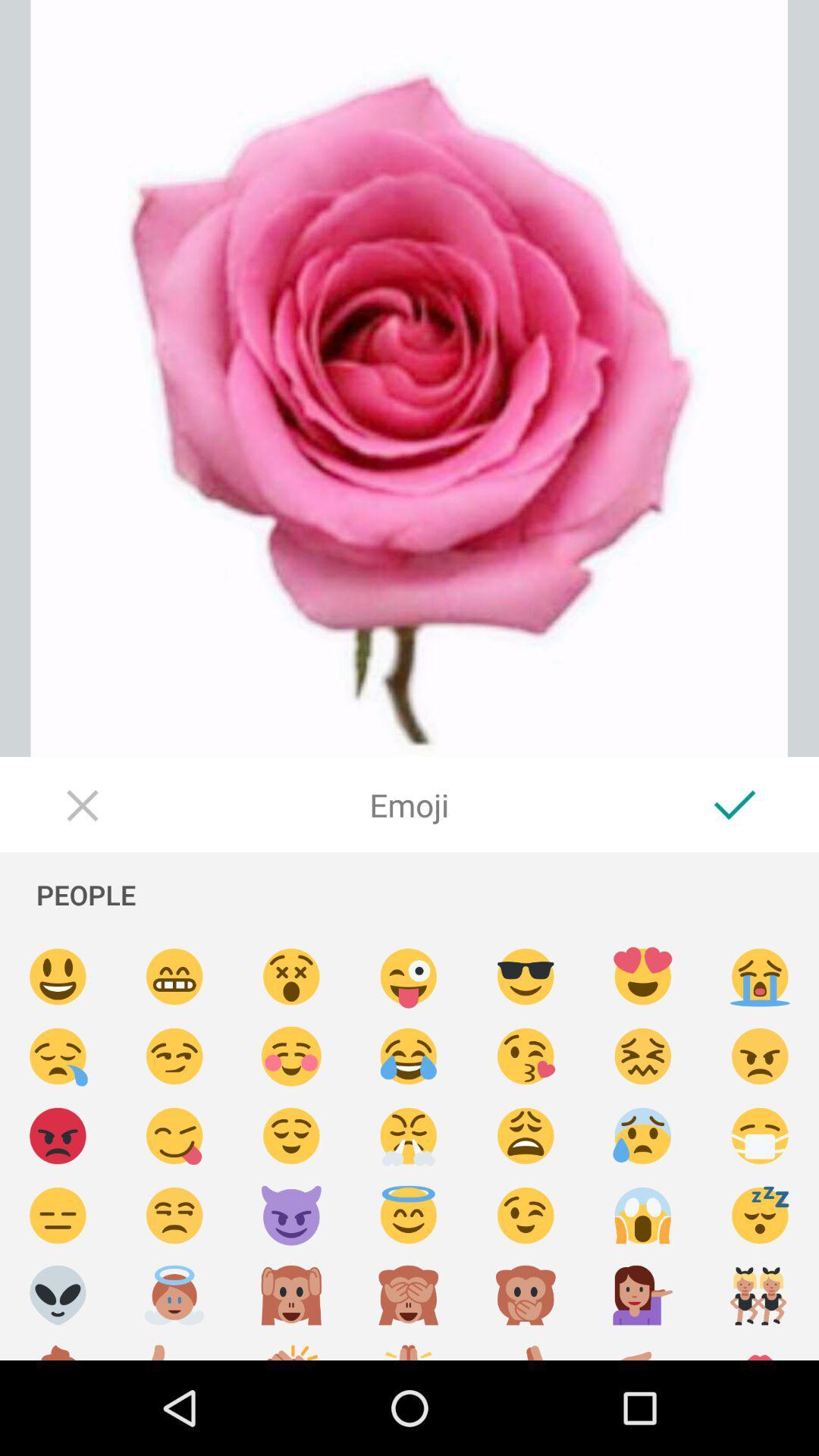 The width and height of the screenshot is (819, 1456). I want to click on insert emoji, so click(643, 1294).